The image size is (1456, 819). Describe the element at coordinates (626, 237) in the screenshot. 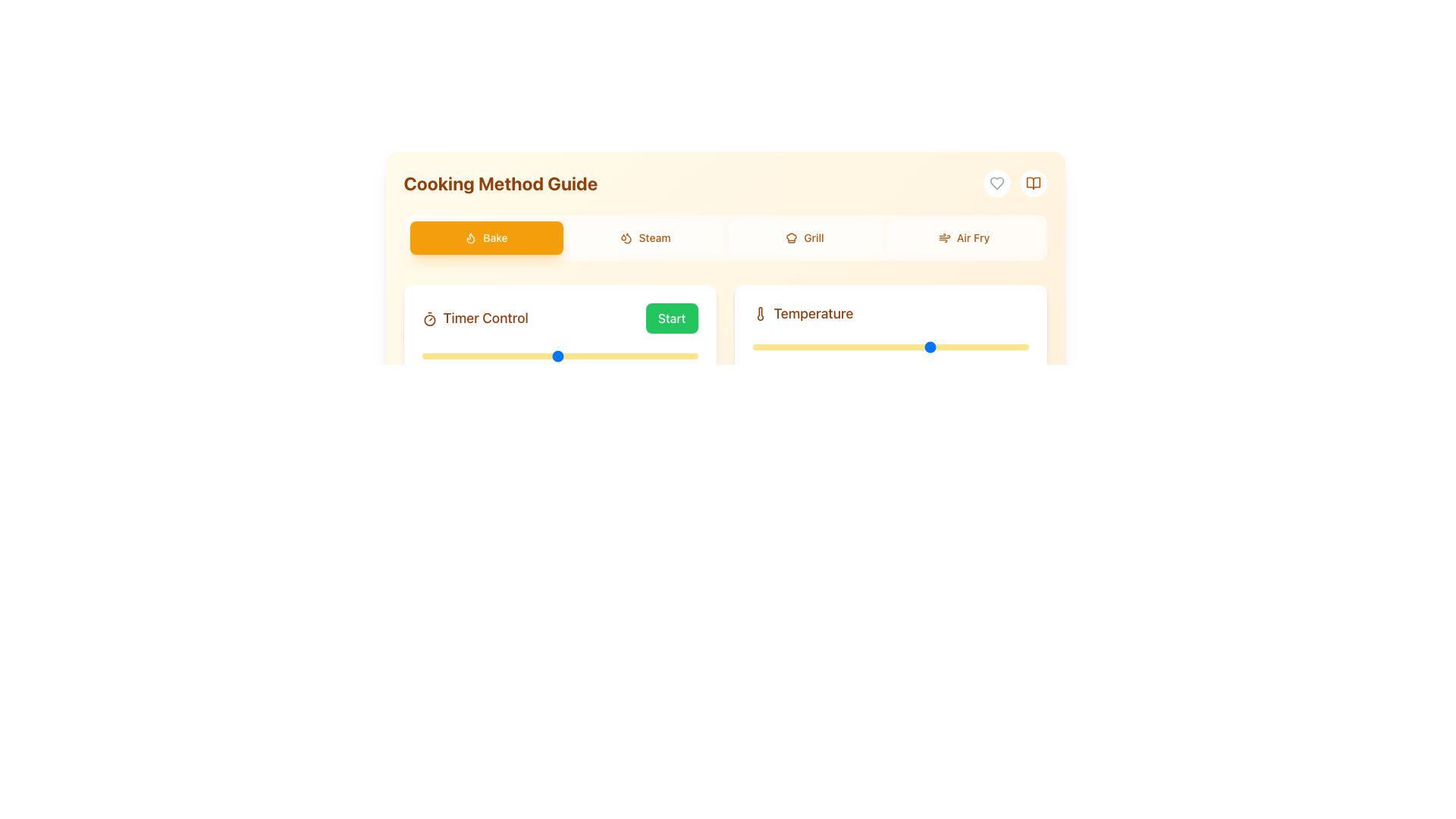

I see `the droplet-shaped graphical icon located to the left of the 'Steam' button in the 'Cooking Method Guide' section` at that location.